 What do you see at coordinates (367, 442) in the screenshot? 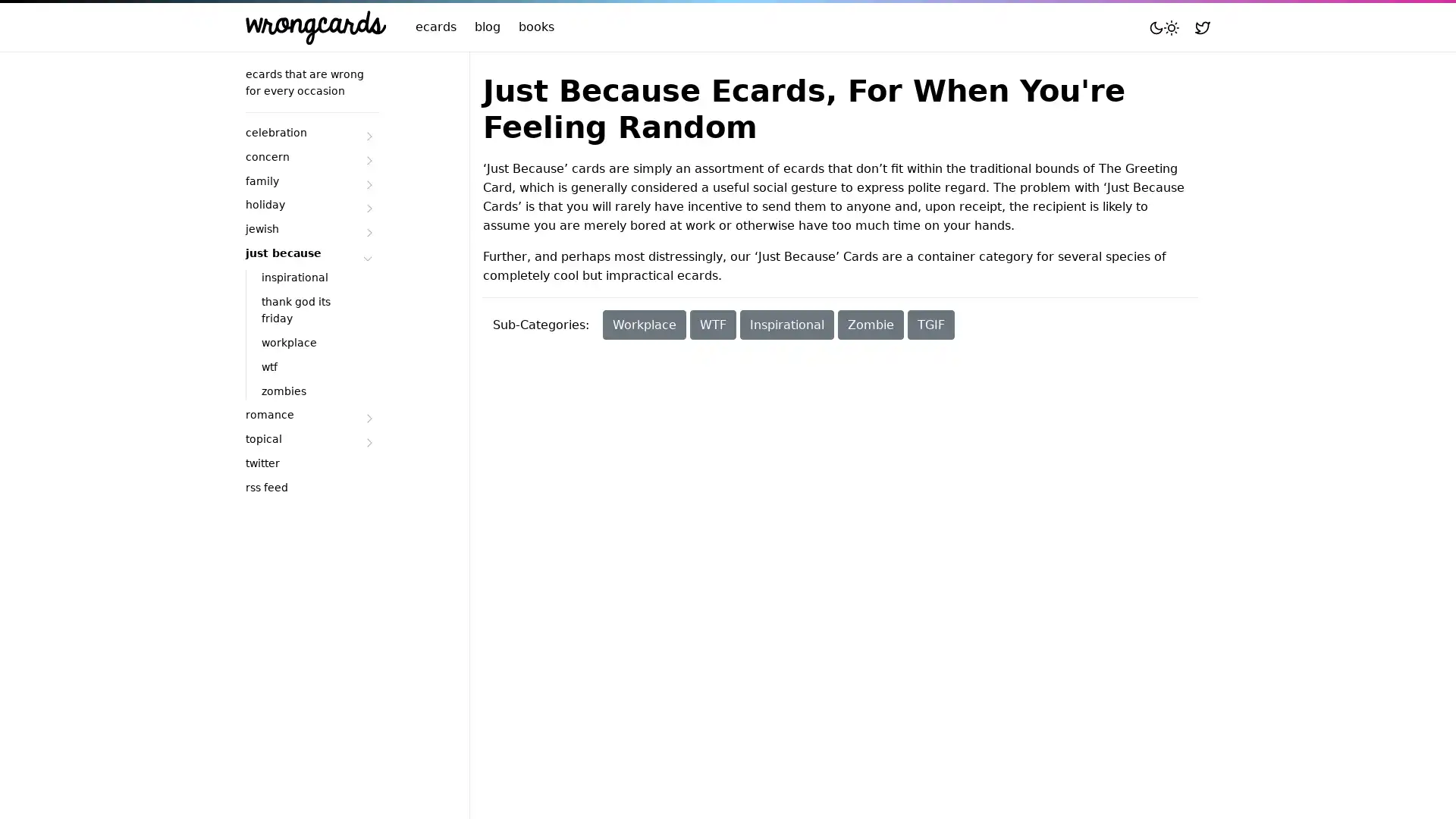
I see `Submenu` at bounding box center [367, 442].